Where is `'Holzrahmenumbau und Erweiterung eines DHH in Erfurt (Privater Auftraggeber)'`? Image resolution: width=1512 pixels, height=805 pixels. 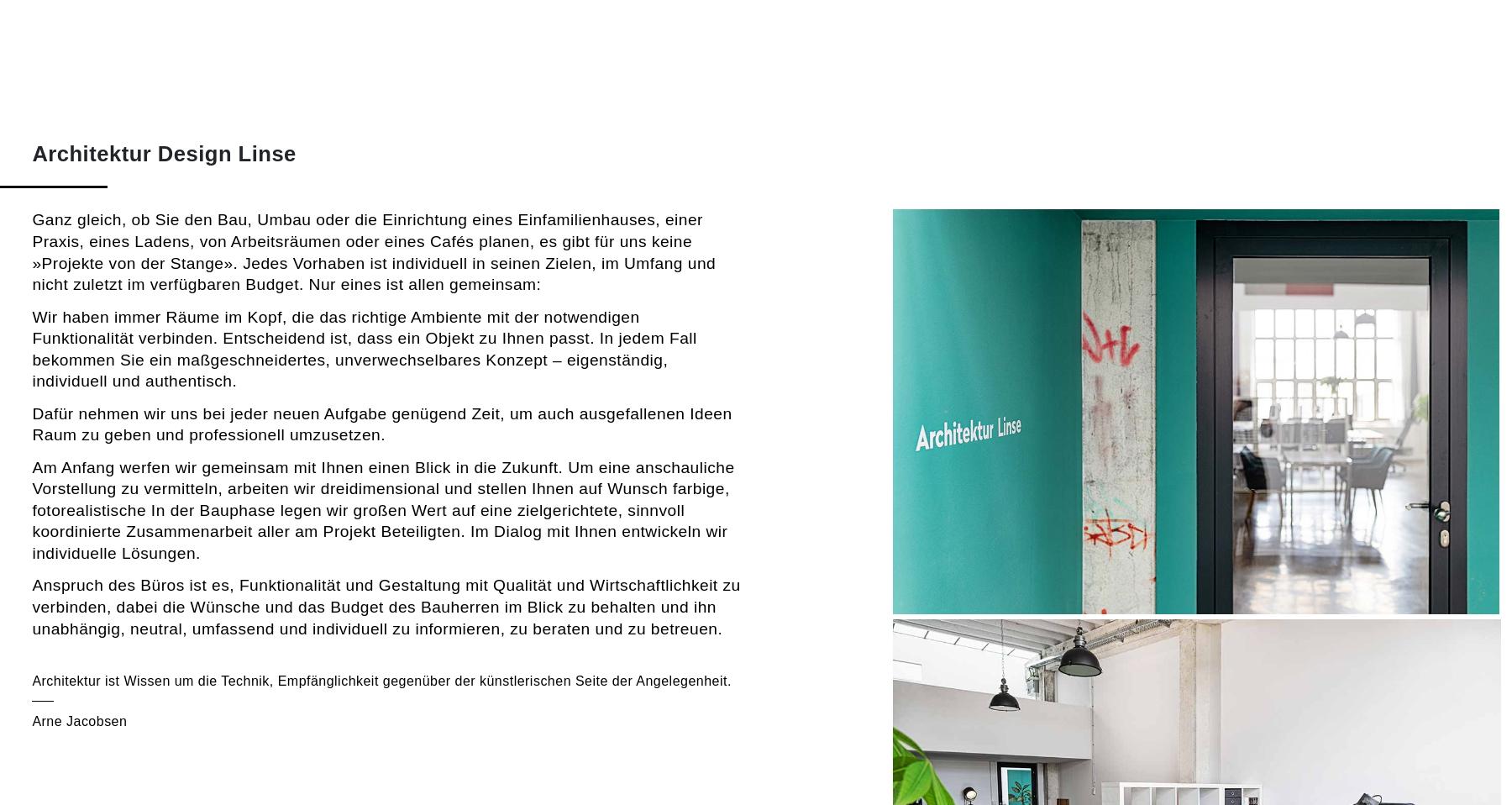
'Holzrahmenumbau und Erweiterung eines DHH in Erfurt (Privater Auftraggeber)' is located at coordinates (1100, 519).